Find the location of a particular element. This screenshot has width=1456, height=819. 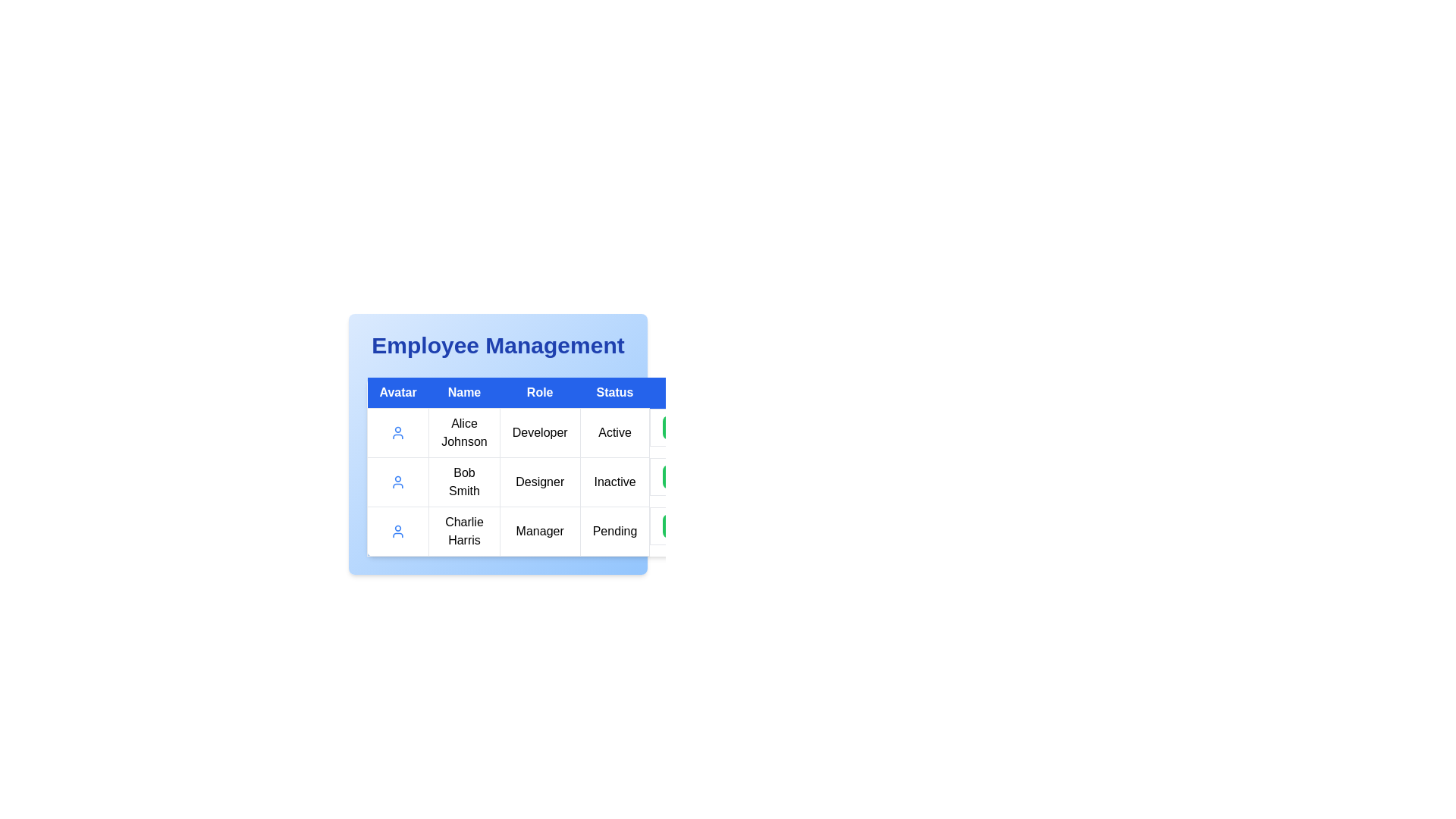

the 'Role' text label in the table header, which is a blue rectangular element with white bold text, positioned between the 'Name' and 'Status' columns is located at coordinates (540, 392).